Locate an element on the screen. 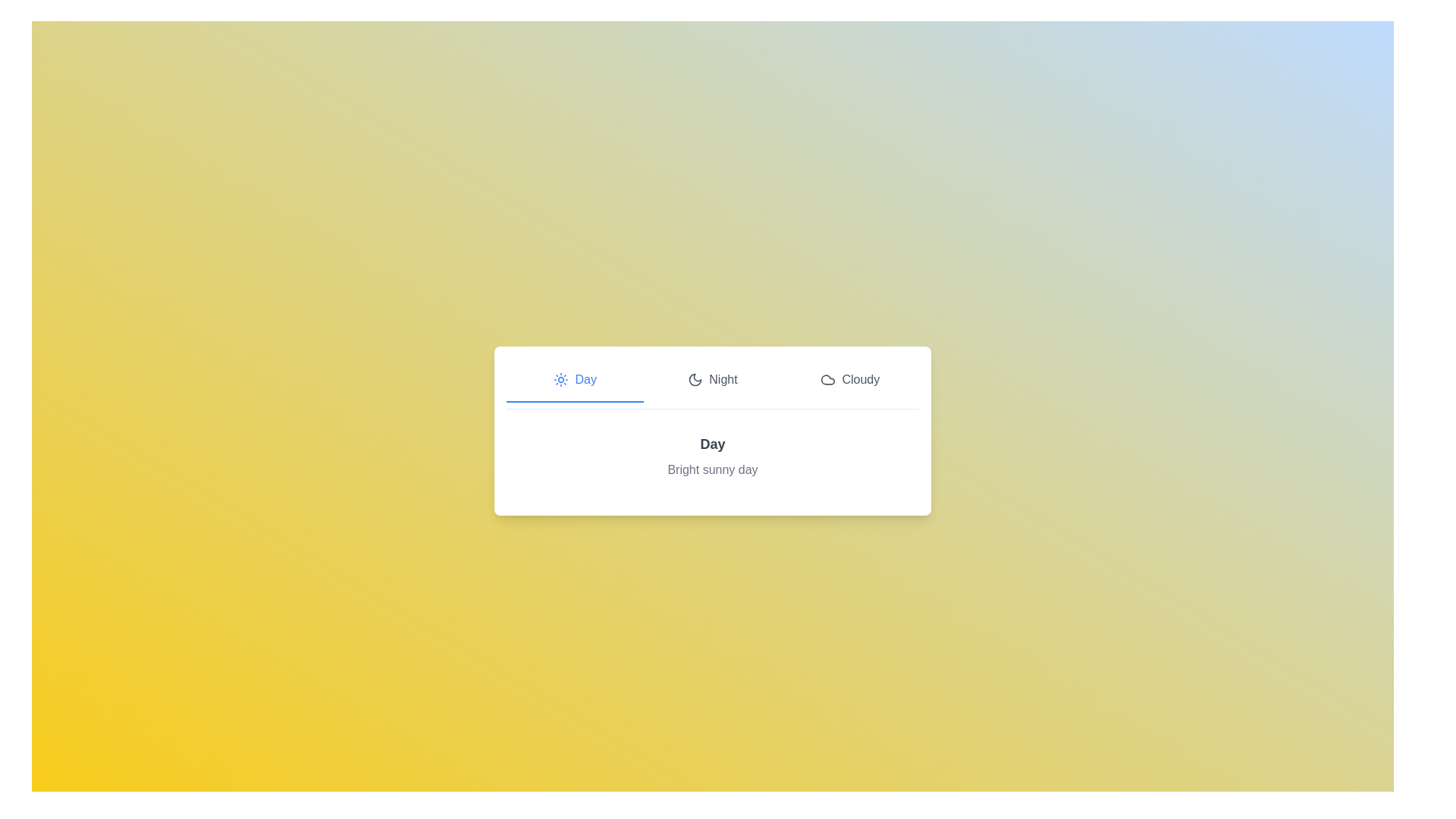 Image resolution: width=1456 pixels, height=819 pixels. the tab Night to view its content is located at coordinates (712, 379).